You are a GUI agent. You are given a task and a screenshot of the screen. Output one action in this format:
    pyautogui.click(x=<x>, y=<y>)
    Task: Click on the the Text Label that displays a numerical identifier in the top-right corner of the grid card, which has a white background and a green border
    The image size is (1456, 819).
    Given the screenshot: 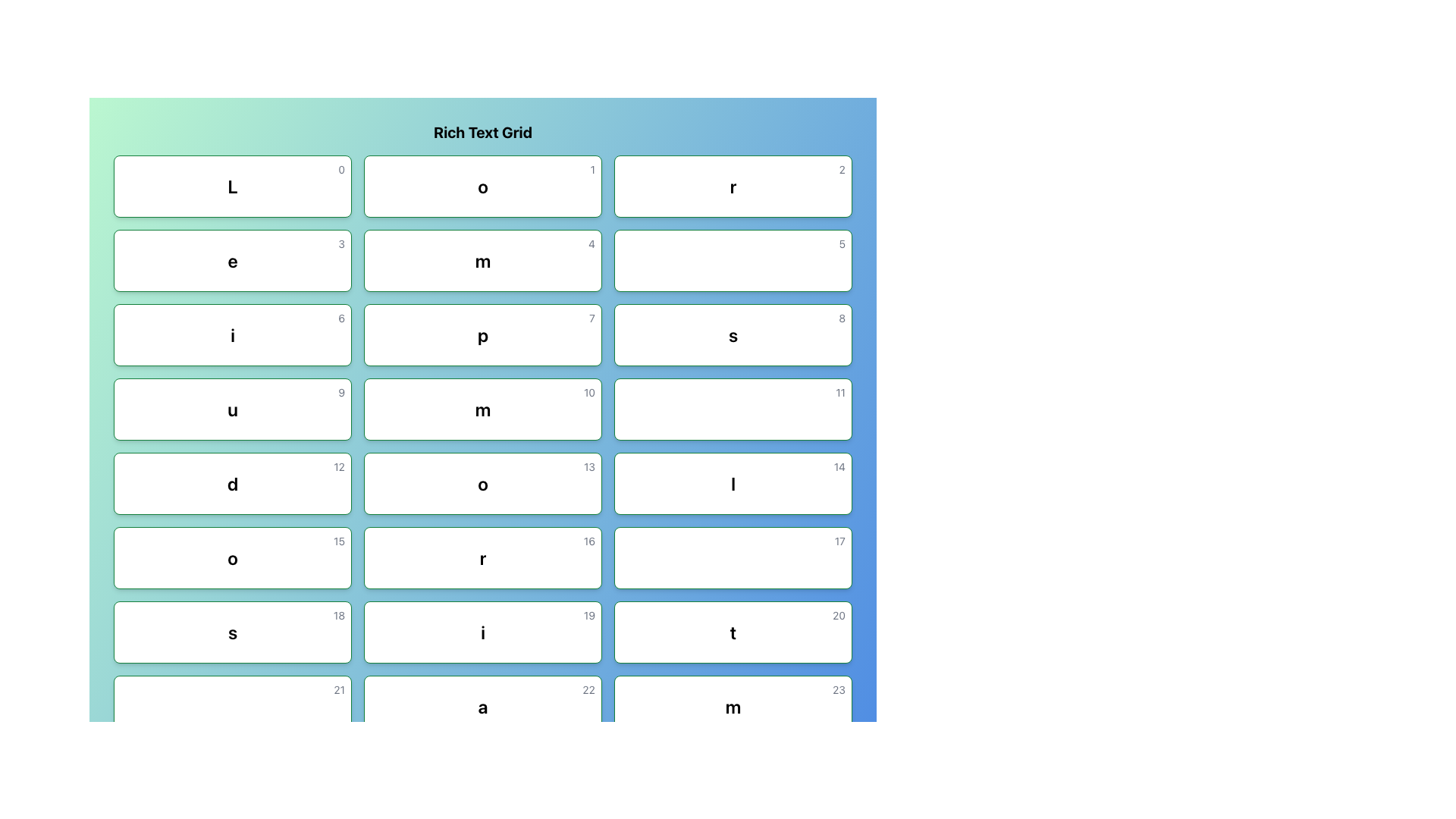 What is the action you would take?
    pyautogui.click(x=838, y=616)
    